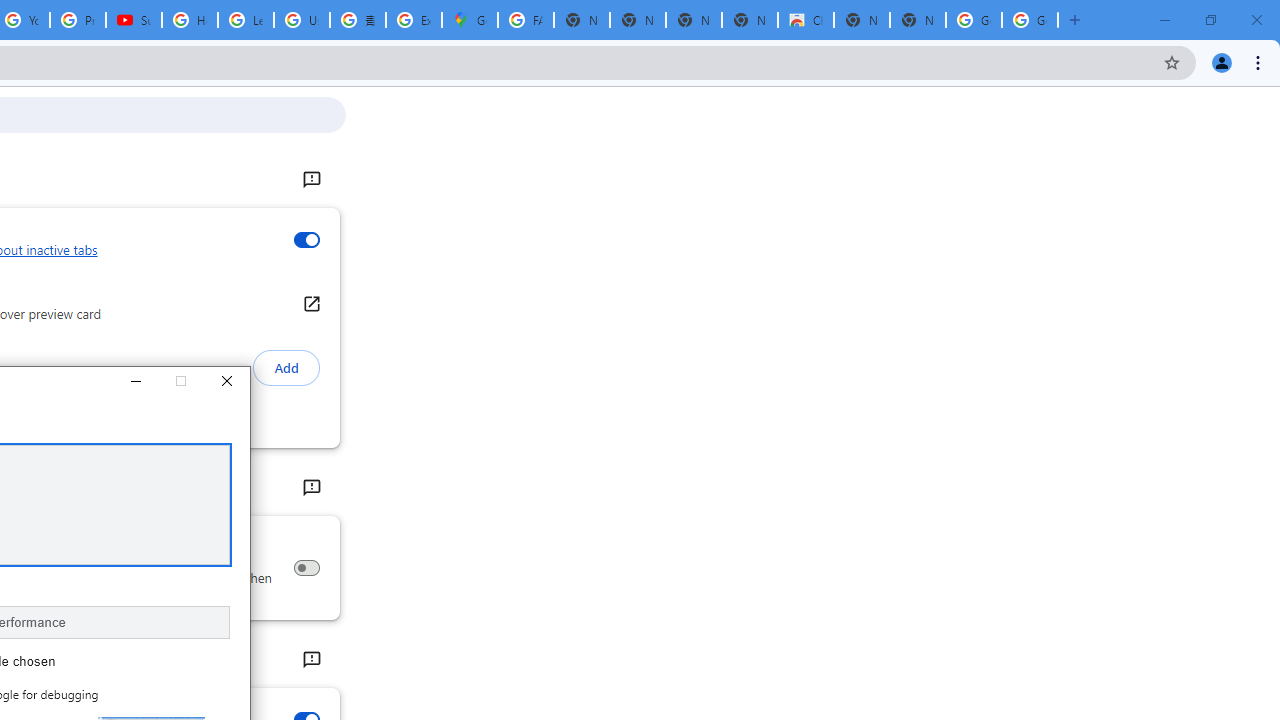 The image size is (1280, 720). I want to click on 'Google Maps', so click(468, 20).